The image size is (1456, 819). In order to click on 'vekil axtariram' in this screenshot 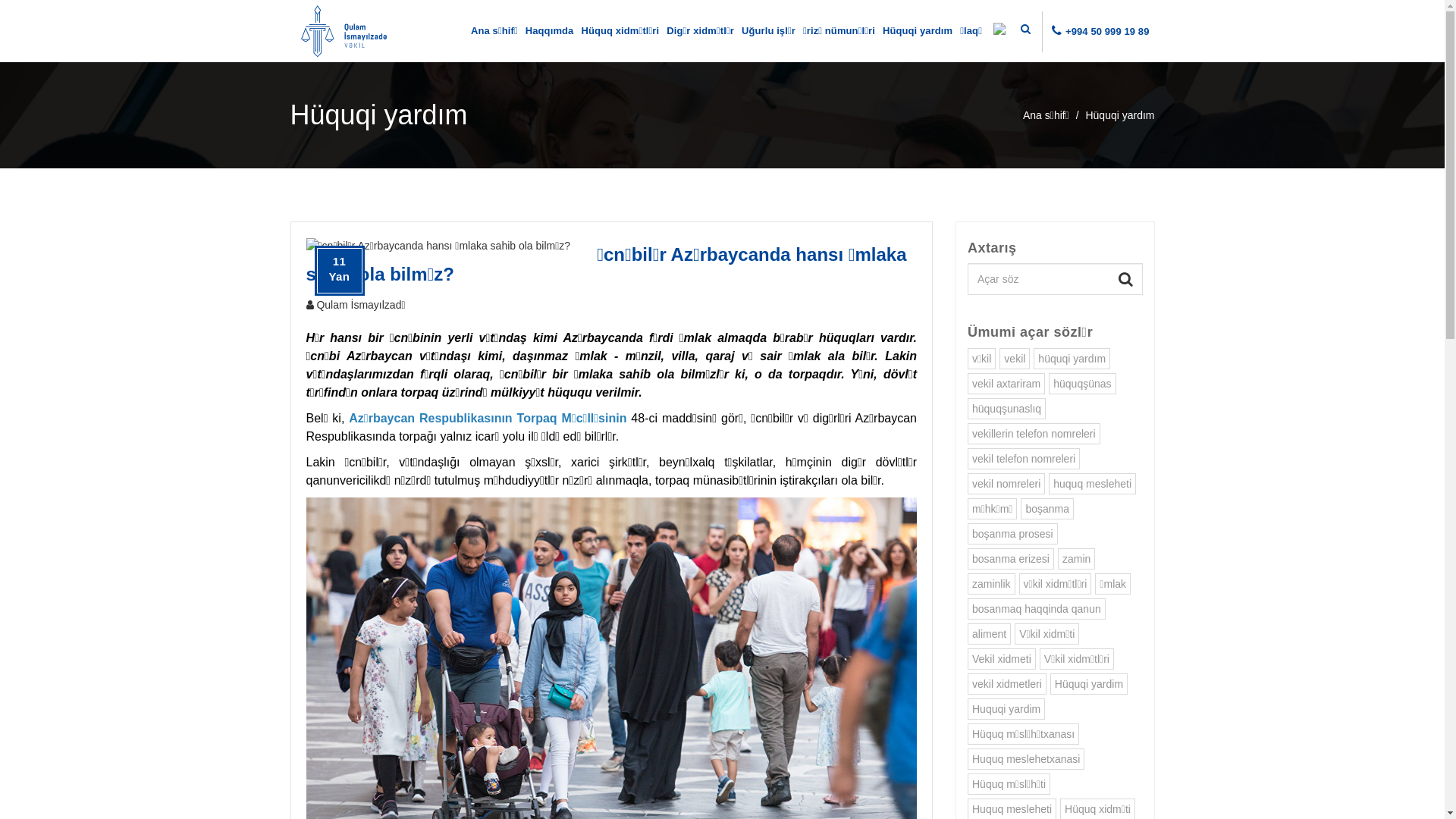, I will do `click(1006, 382)`.